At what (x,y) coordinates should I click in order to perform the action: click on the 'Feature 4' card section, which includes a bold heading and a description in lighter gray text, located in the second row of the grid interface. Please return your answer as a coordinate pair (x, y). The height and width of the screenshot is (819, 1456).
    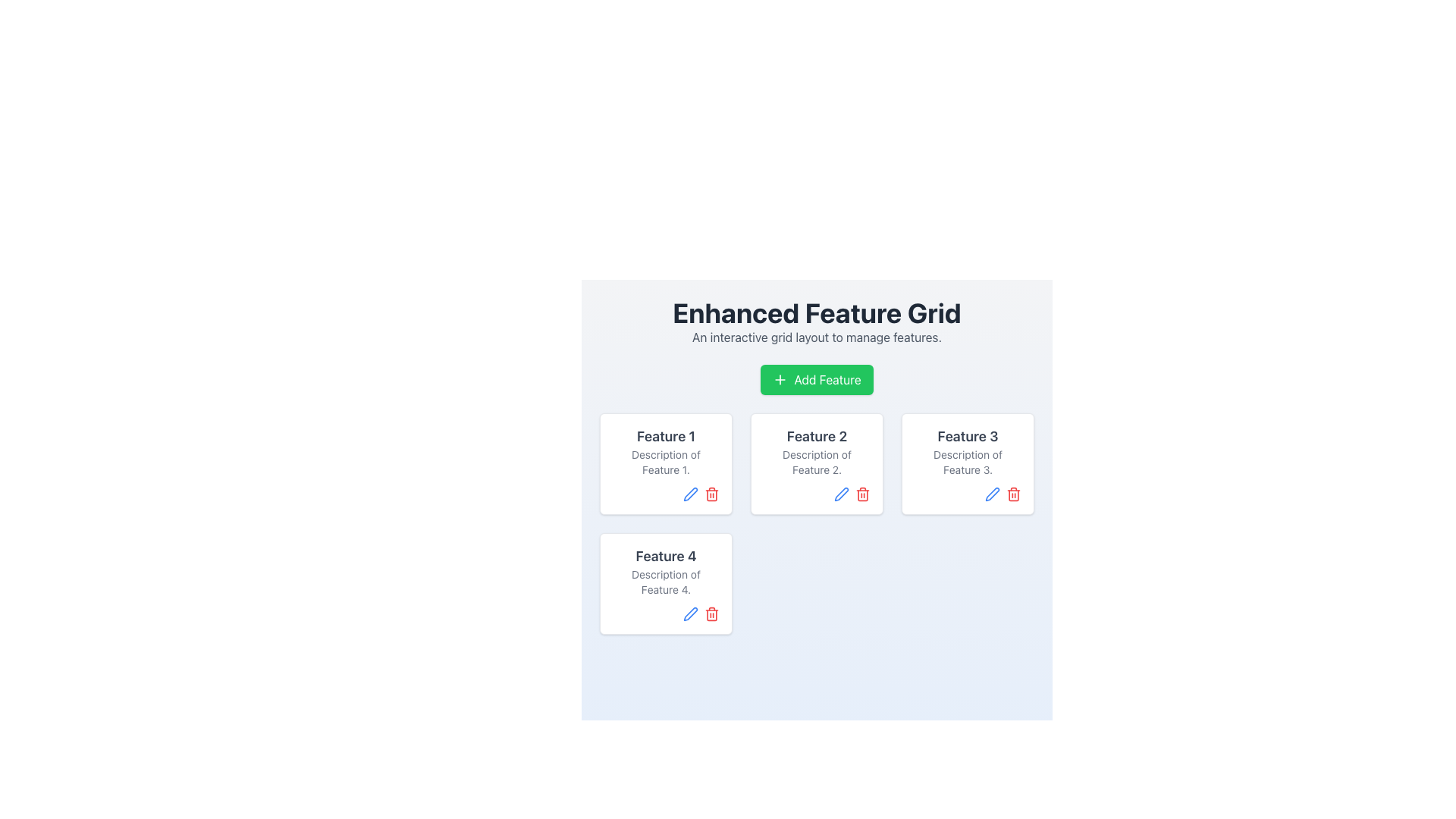
    Looking at the image, I should click on (666, 571).